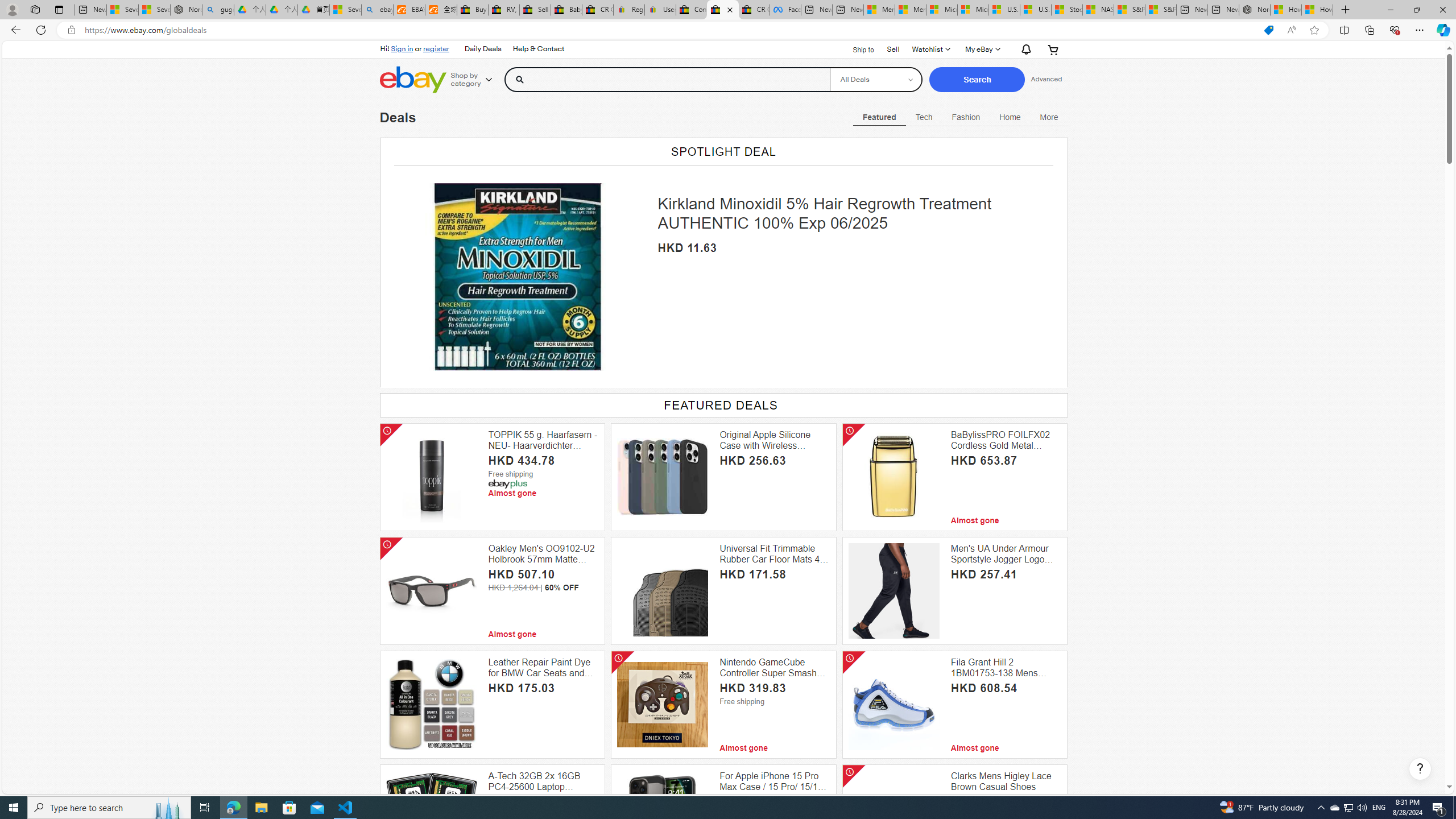  Describe the element at coordinates (1006, 781) in the screenshot. I see `'Clarks Mens Higley Lace Brown Casual Shoes'` at that location.